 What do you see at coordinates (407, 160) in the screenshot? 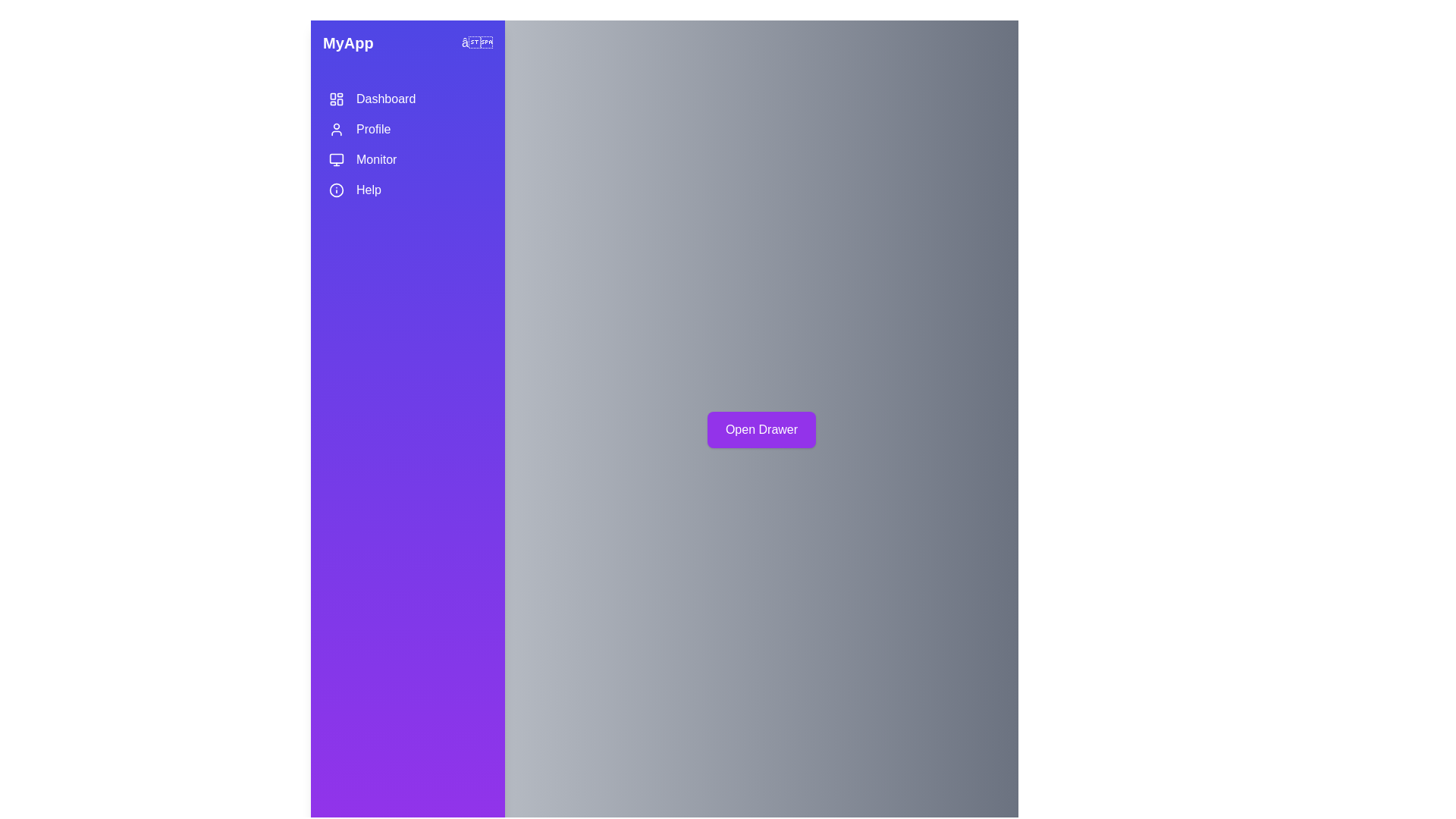
I see `the menu item Monitor by clicking on it` at bounding box center [407, 160].